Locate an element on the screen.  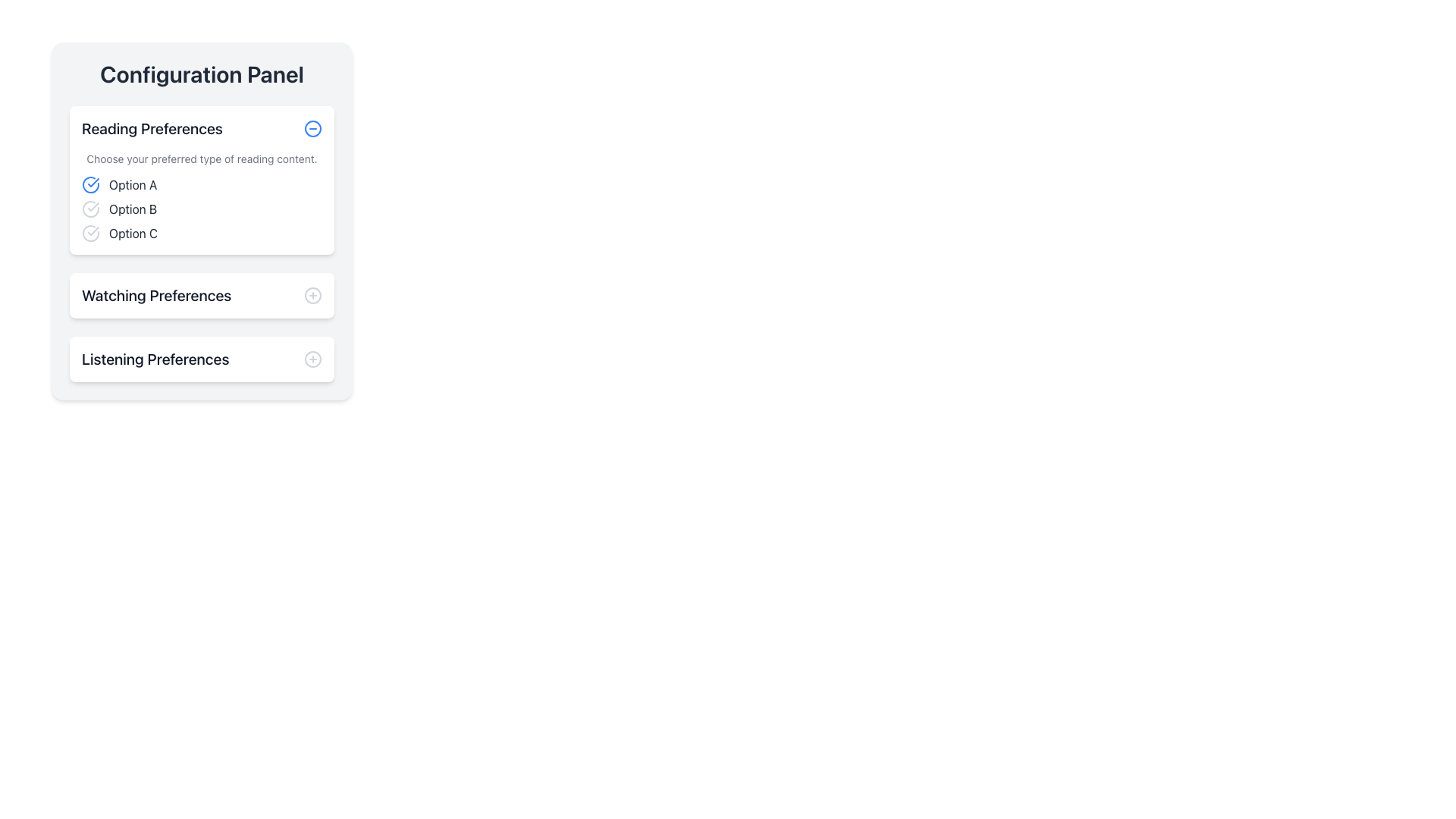
the collapse button icon with a blue circular outline and horizontal minus sign, located at the right end of the 'Reading Preferences' section header is located at coordinates (312, 127).